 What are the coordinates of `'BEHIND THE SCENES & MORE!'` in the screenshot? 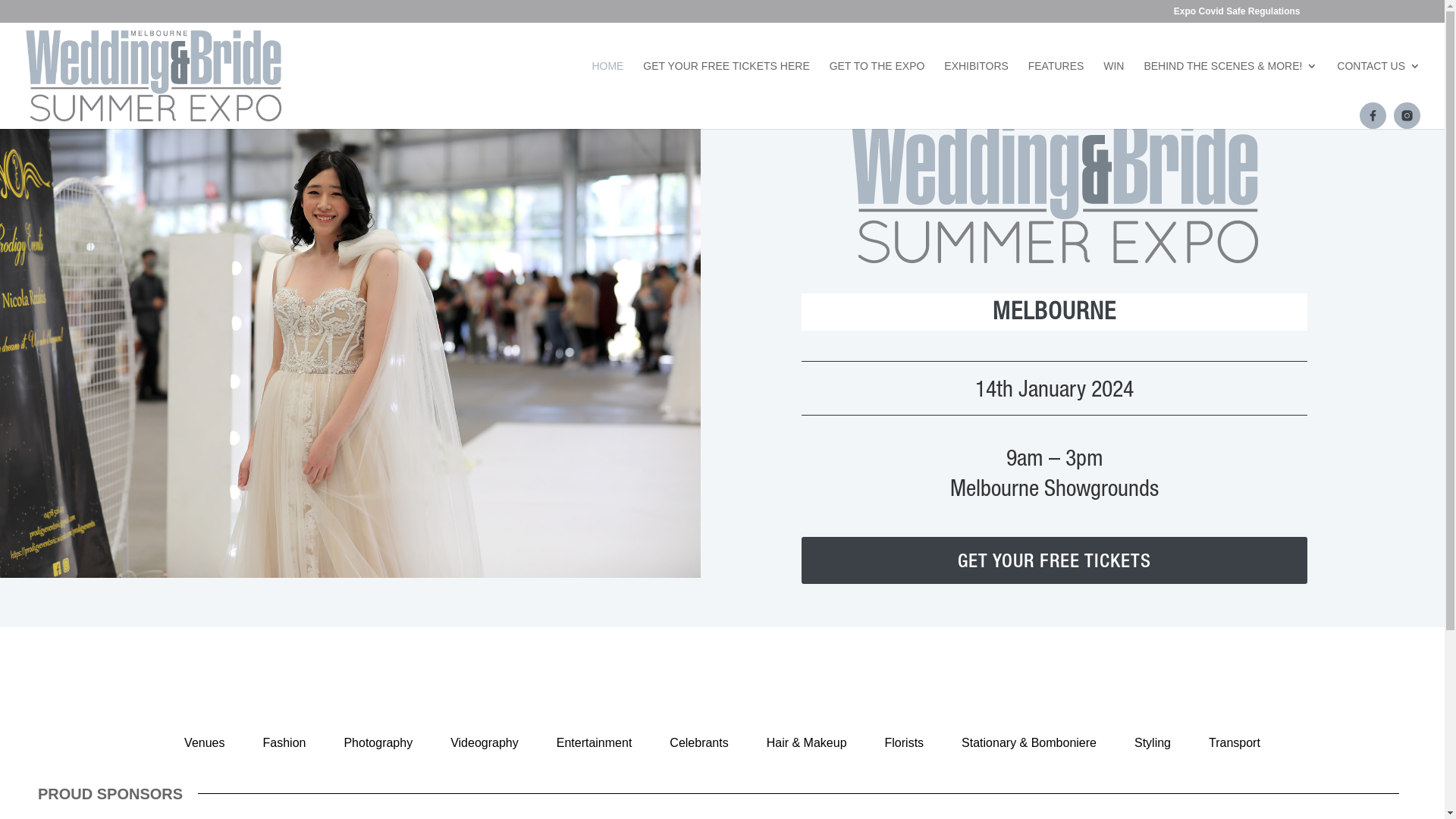 It's located at (1143, 84).